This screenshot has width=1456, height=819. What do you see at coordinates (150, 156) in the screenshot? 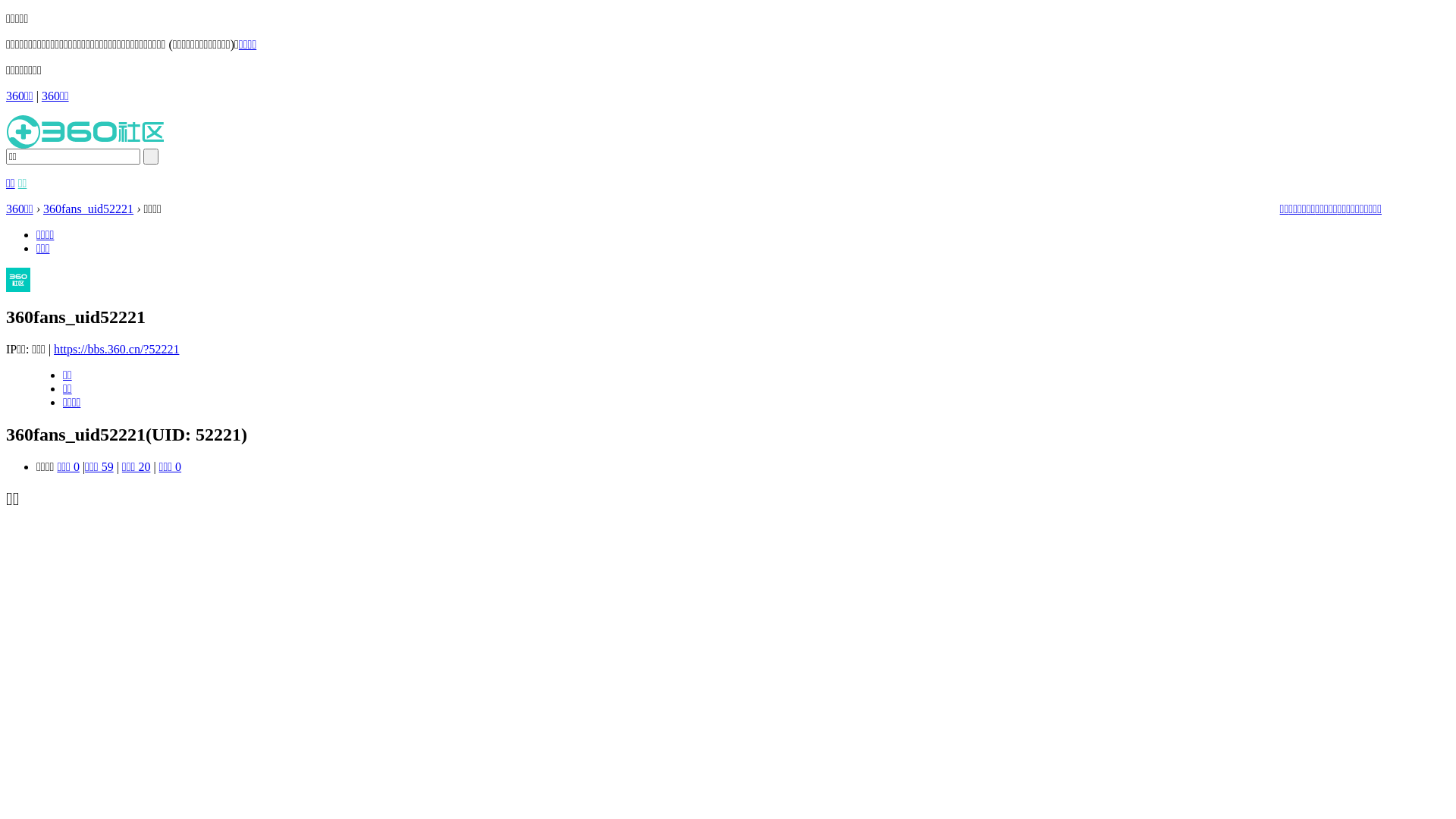
I see `' '` at bounding box center [150, 156].